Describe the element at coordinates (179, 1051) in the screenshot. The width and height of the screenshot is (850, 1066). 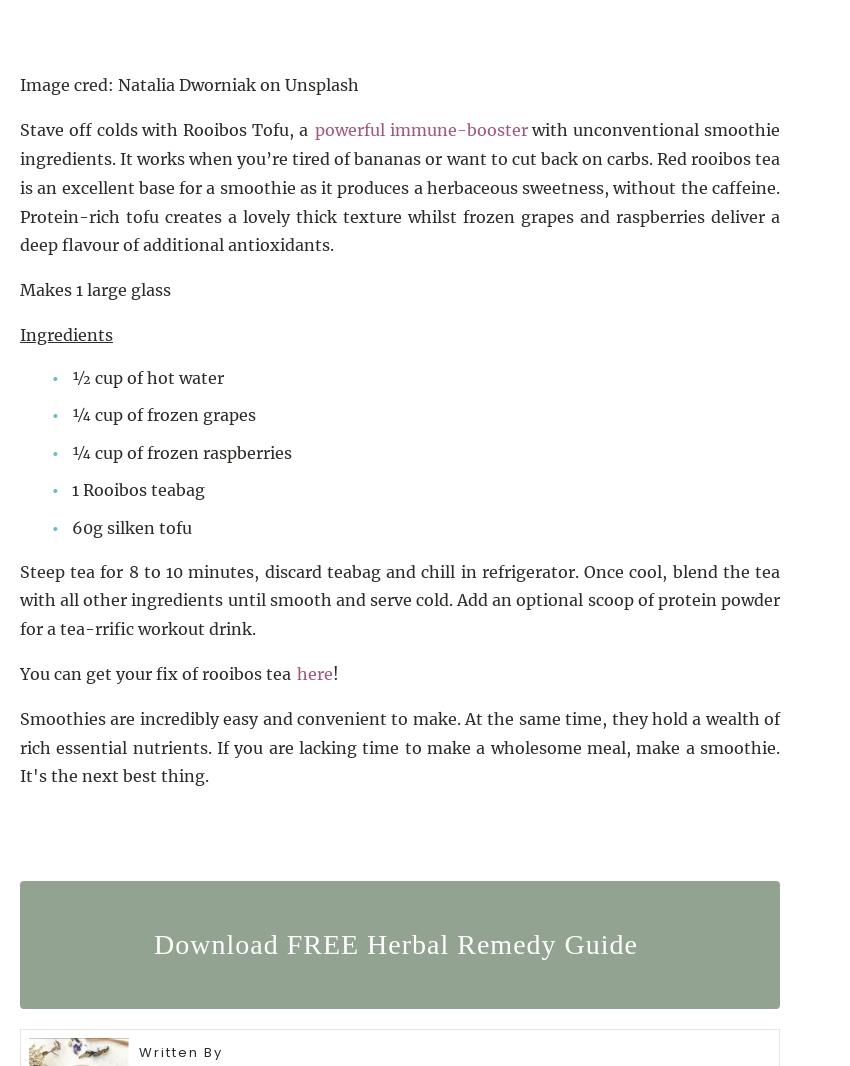
I see `'Written By'` at that location.